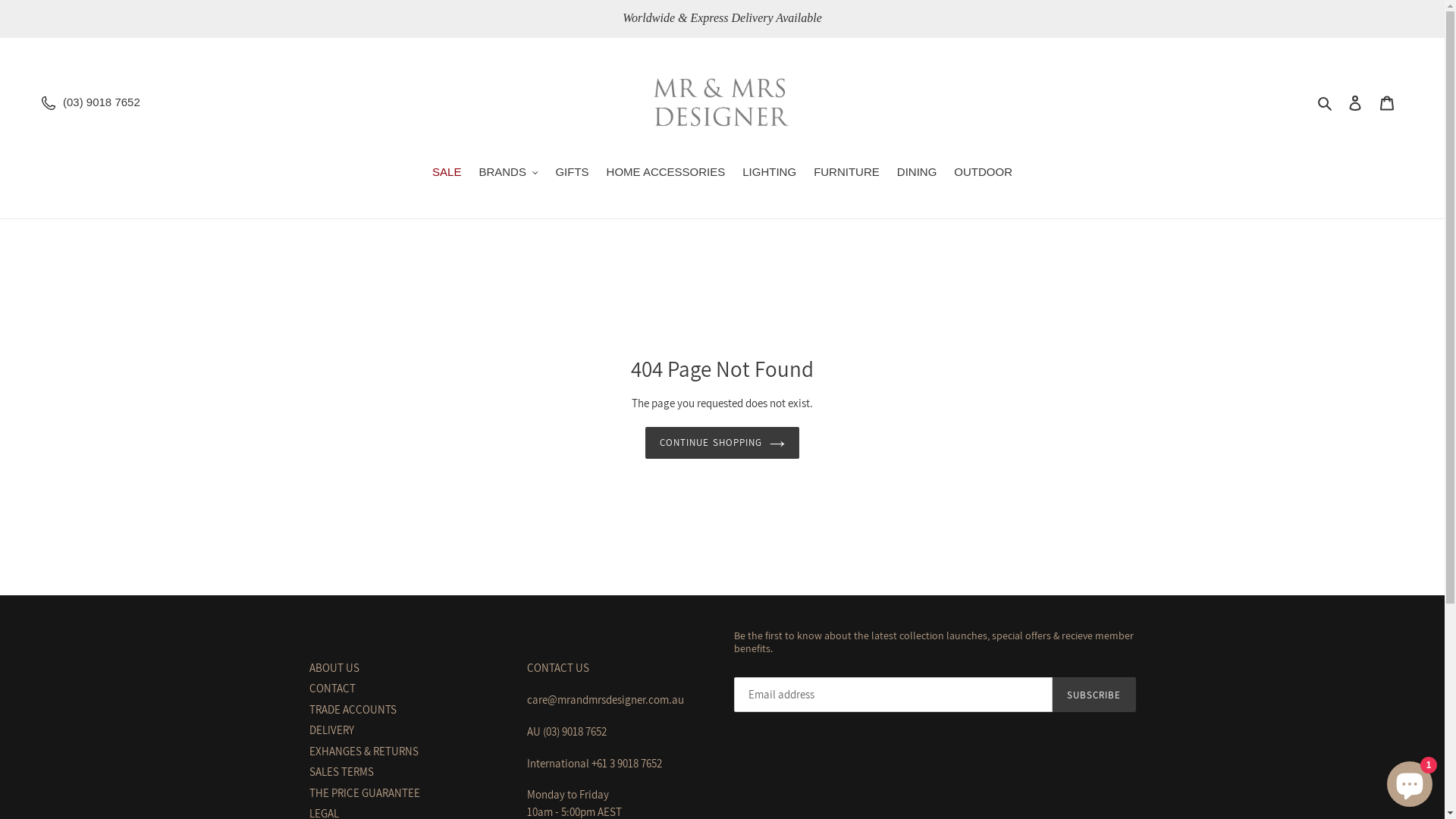 The image size is (1456, 819). What do you see at coordinates (645, 442) in the screenshot?
I see `'CONTINUE SHOPPING'` at bounding box center [645, 442].